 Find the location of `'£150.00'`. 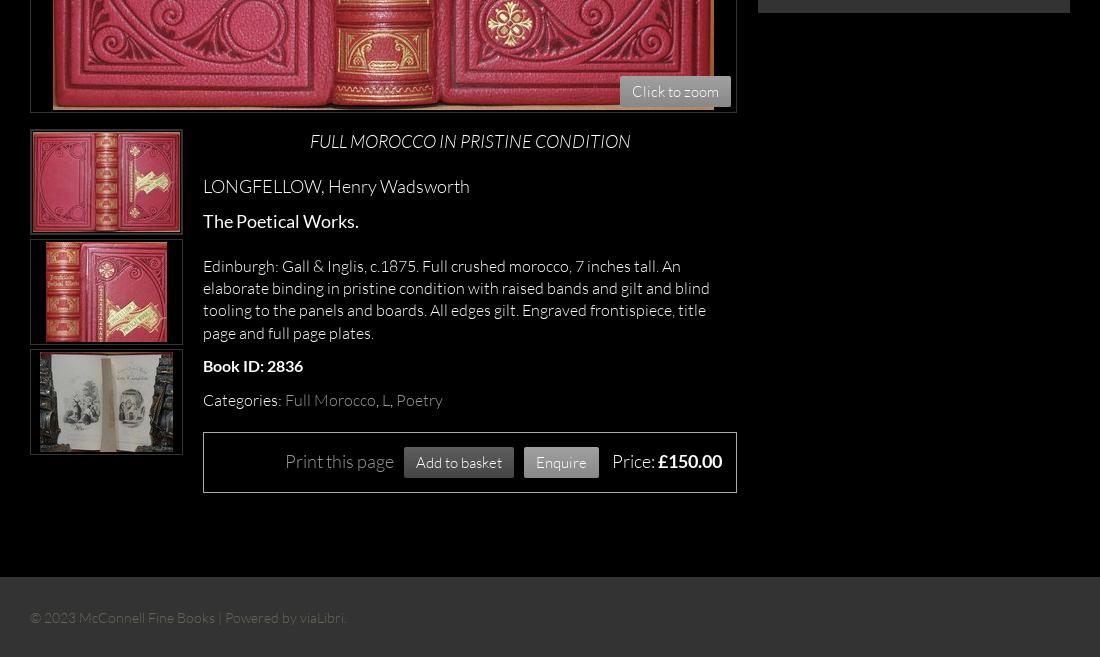

'£150.00' is located at coordinates (689, 460).